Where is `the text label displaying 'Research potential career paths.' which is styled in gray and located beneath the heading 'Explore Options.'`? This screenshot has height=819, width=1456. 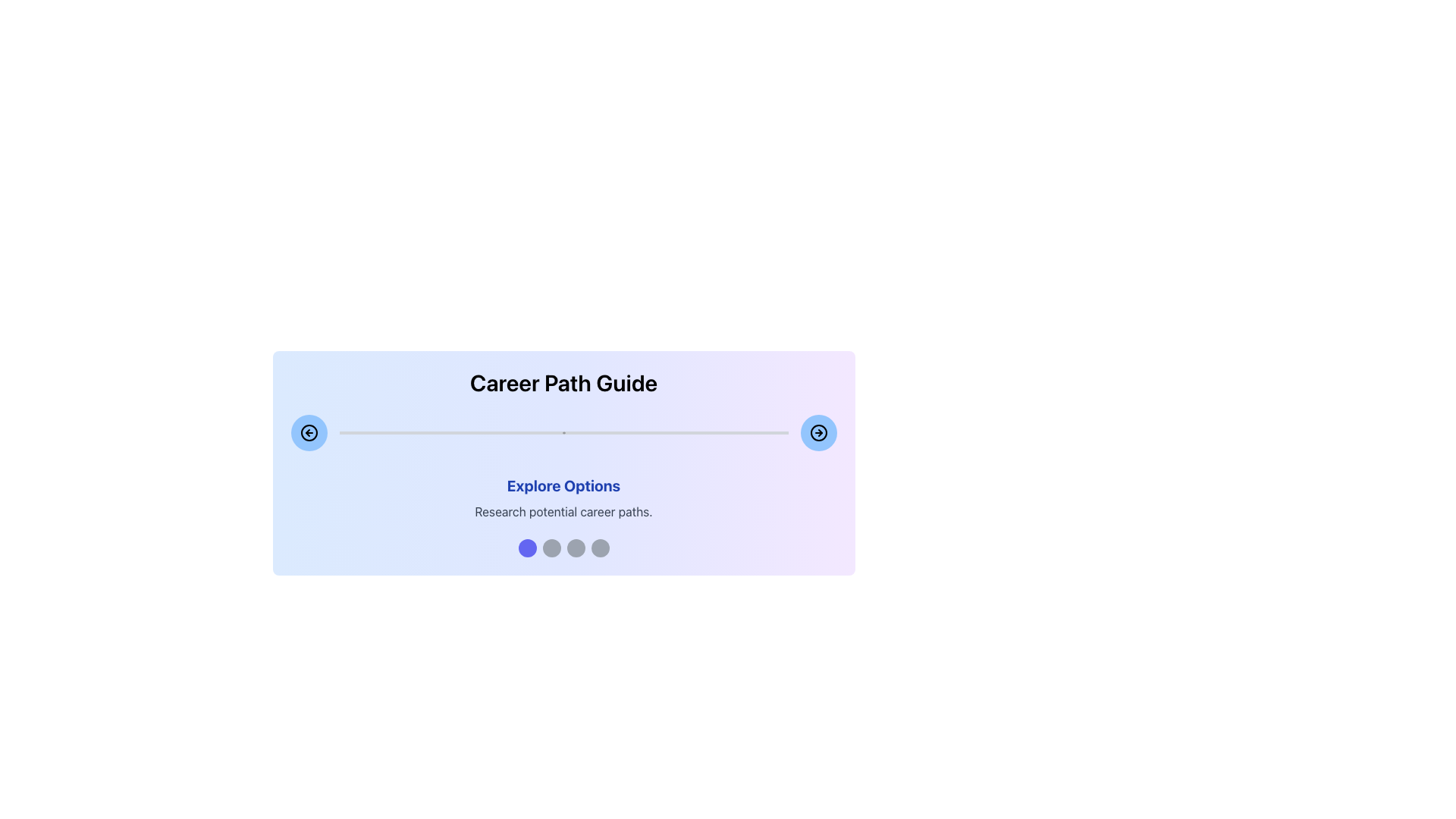
the text label displaying 'Research potential career paths.' which is styled in gray and located beneath the heading 'Explore Options.' is located at coordinates (563, 512).